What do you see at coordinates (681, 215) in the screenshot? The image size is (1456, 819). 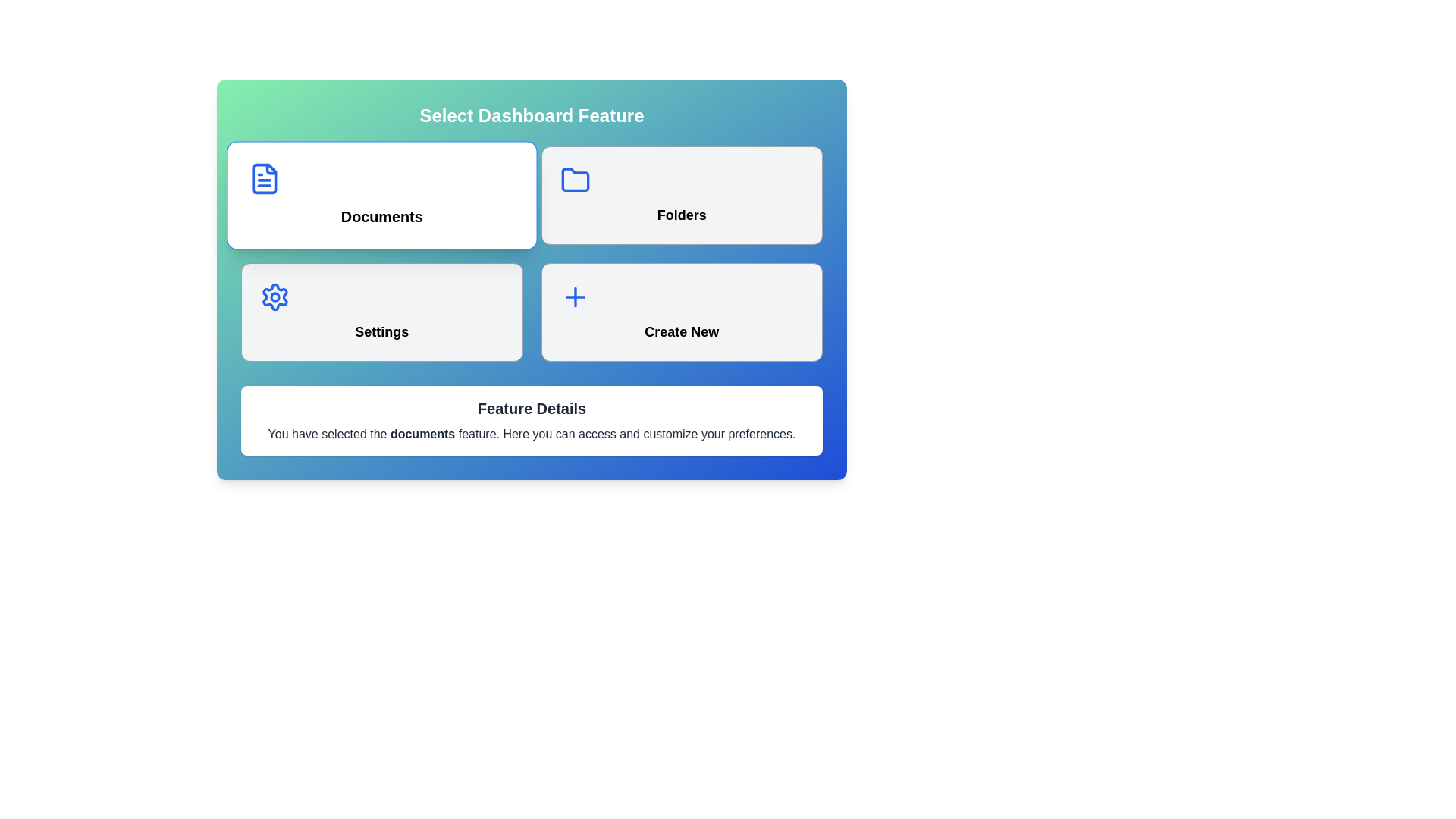 I see `the bold, black-colored text 'Folders' located below the blue folder icon in the upper right section of the main selectable grid` at bounding box center [681, 215].